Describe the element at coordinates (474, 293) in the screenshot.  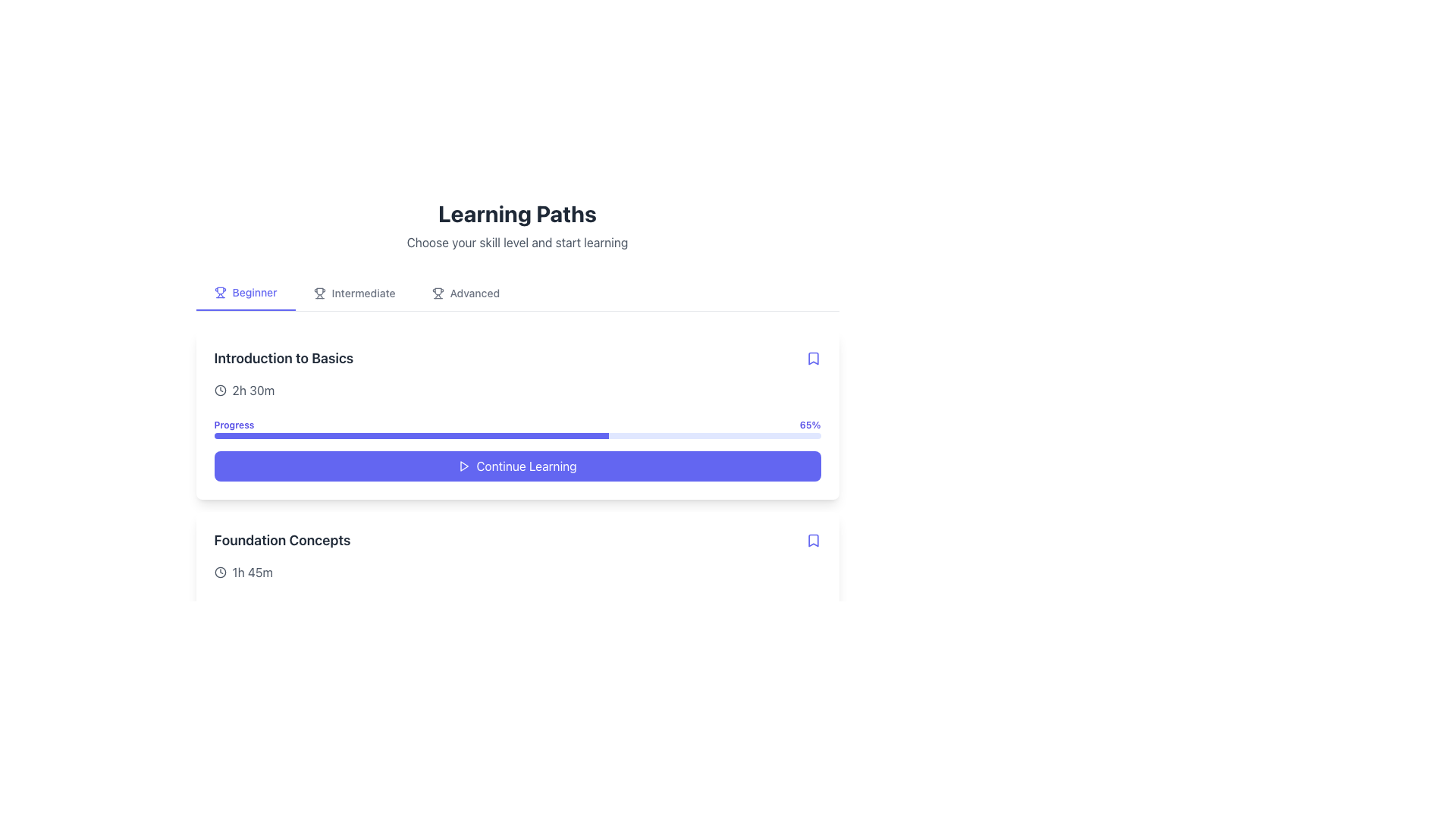
I see `the text label reading 'Advanced', which is the last option in a row of skill level indicators and is styled in a medium gray font` at that location.